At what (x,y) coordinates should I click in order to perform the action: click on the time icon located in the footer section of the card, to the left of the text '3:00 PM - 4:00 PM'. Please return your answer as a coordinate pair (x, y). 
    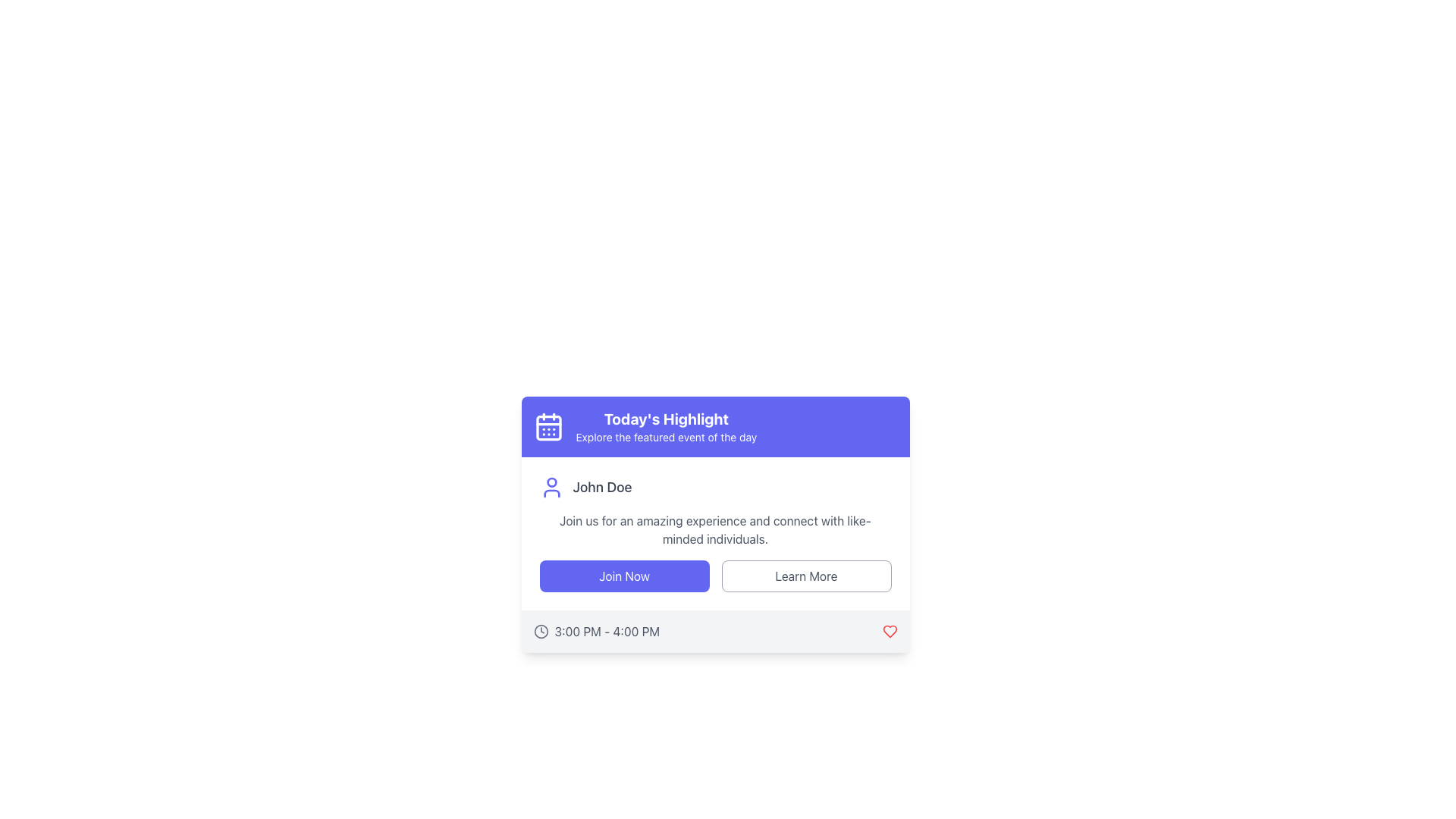
    Looking at the image, I should click on (541, 632).